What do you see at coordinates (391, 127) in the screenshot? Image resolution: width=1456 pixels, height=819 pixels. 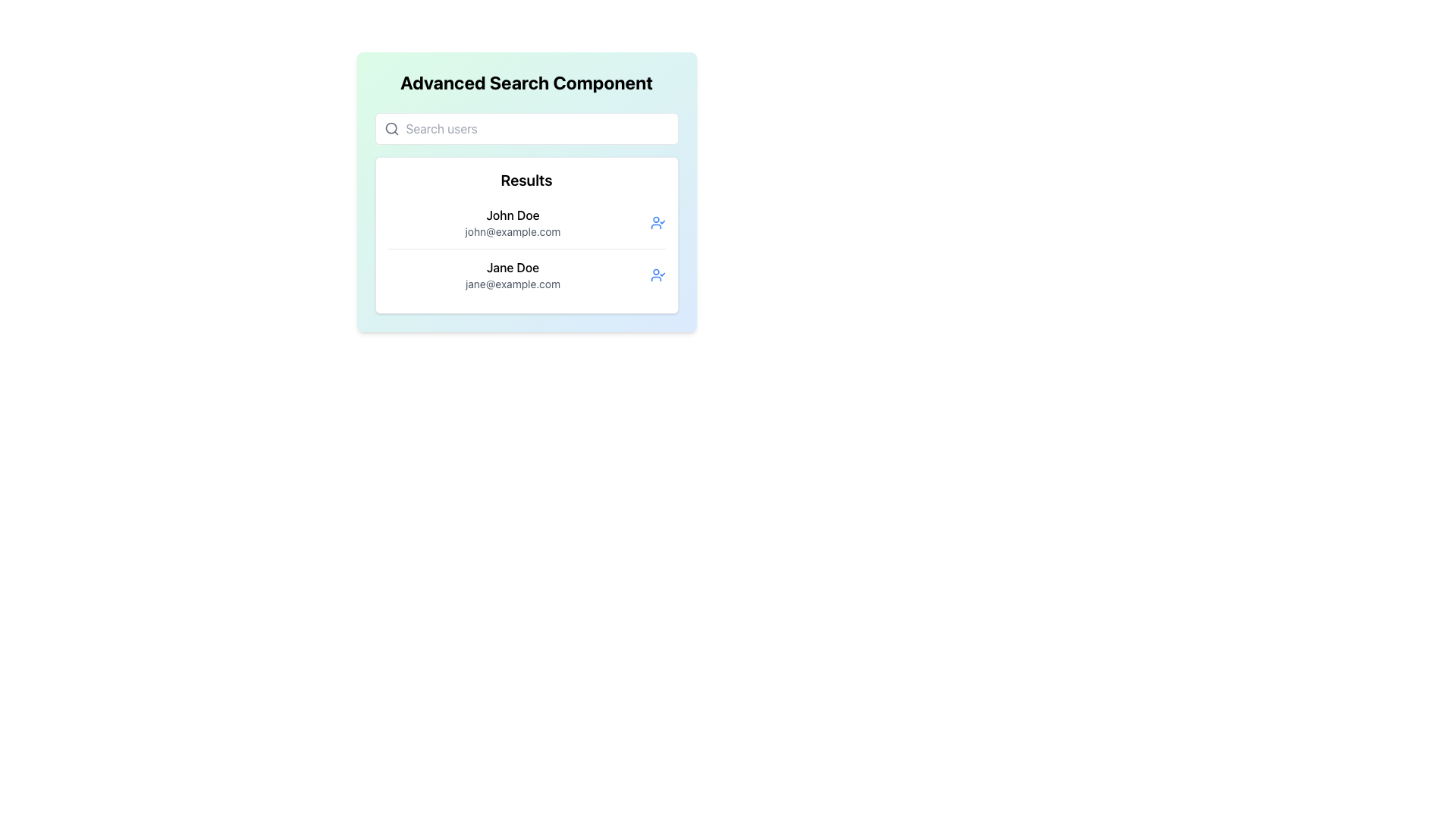 I see `the small solid circular graphical component that is part of the search icon to trigger the search bar functionality` at bounding box center [391, 127].